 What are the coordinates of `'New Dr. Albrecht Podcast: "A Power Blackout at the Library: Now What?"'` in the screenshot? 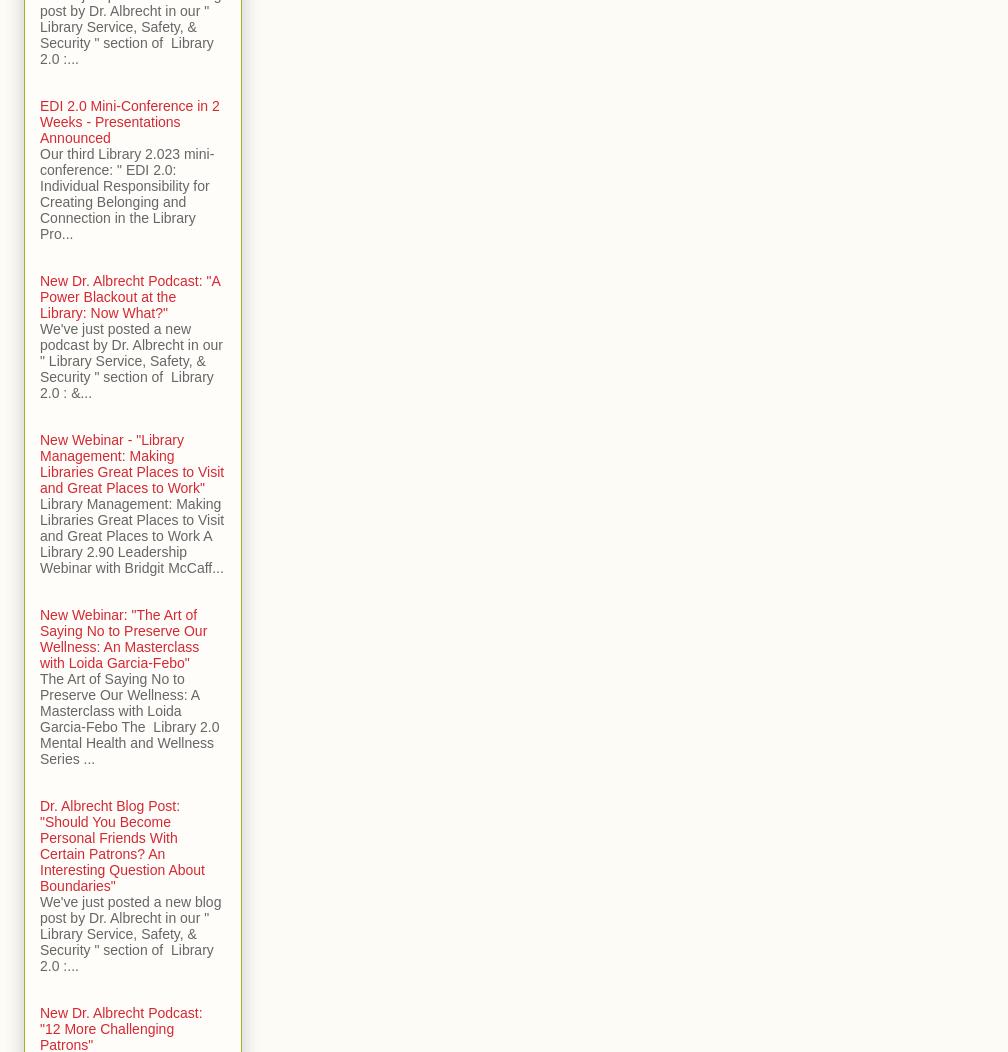 It's located at (130, 296).